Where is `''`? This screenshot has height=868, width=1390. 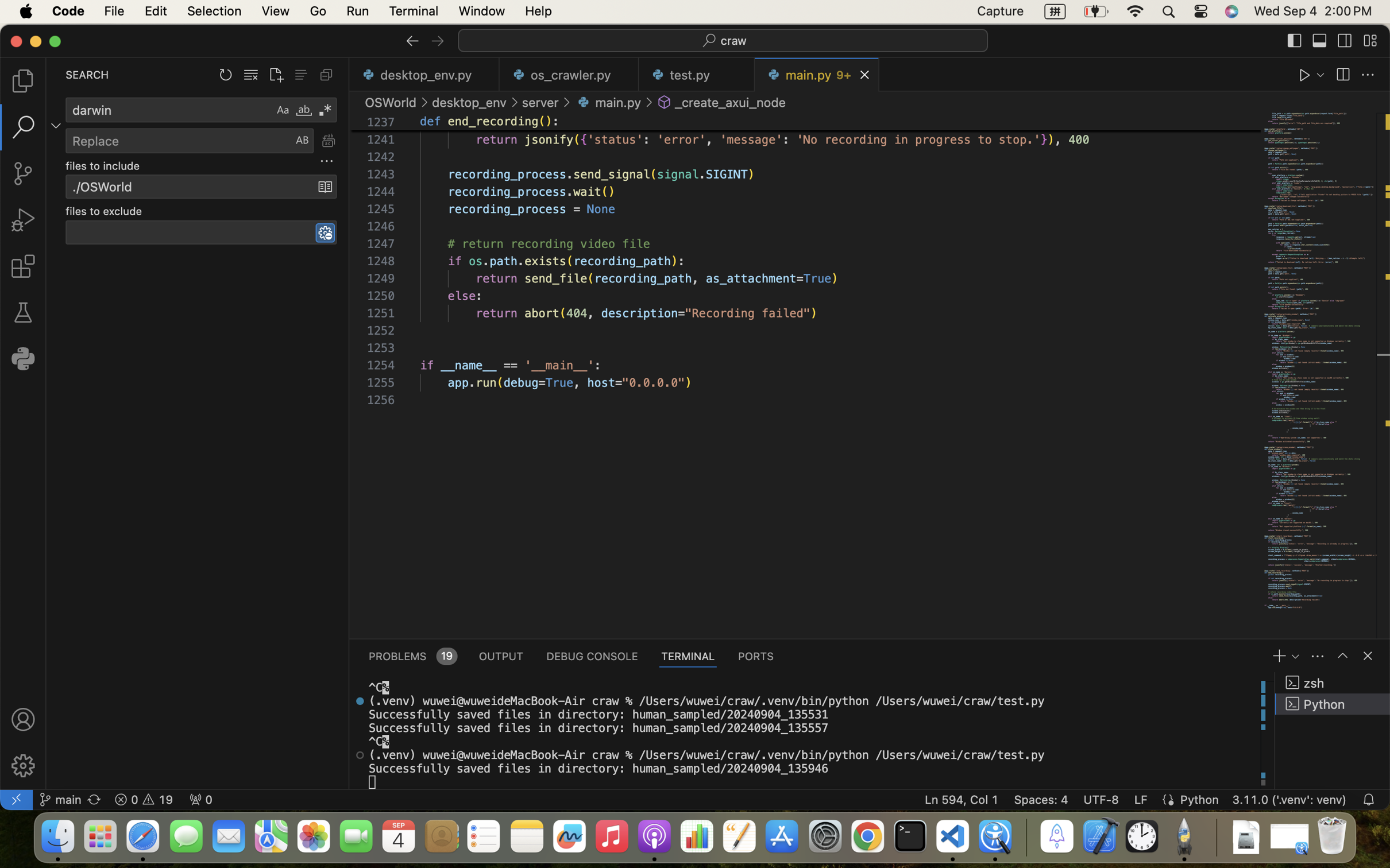
'' is located at coordinates (1343, 75).